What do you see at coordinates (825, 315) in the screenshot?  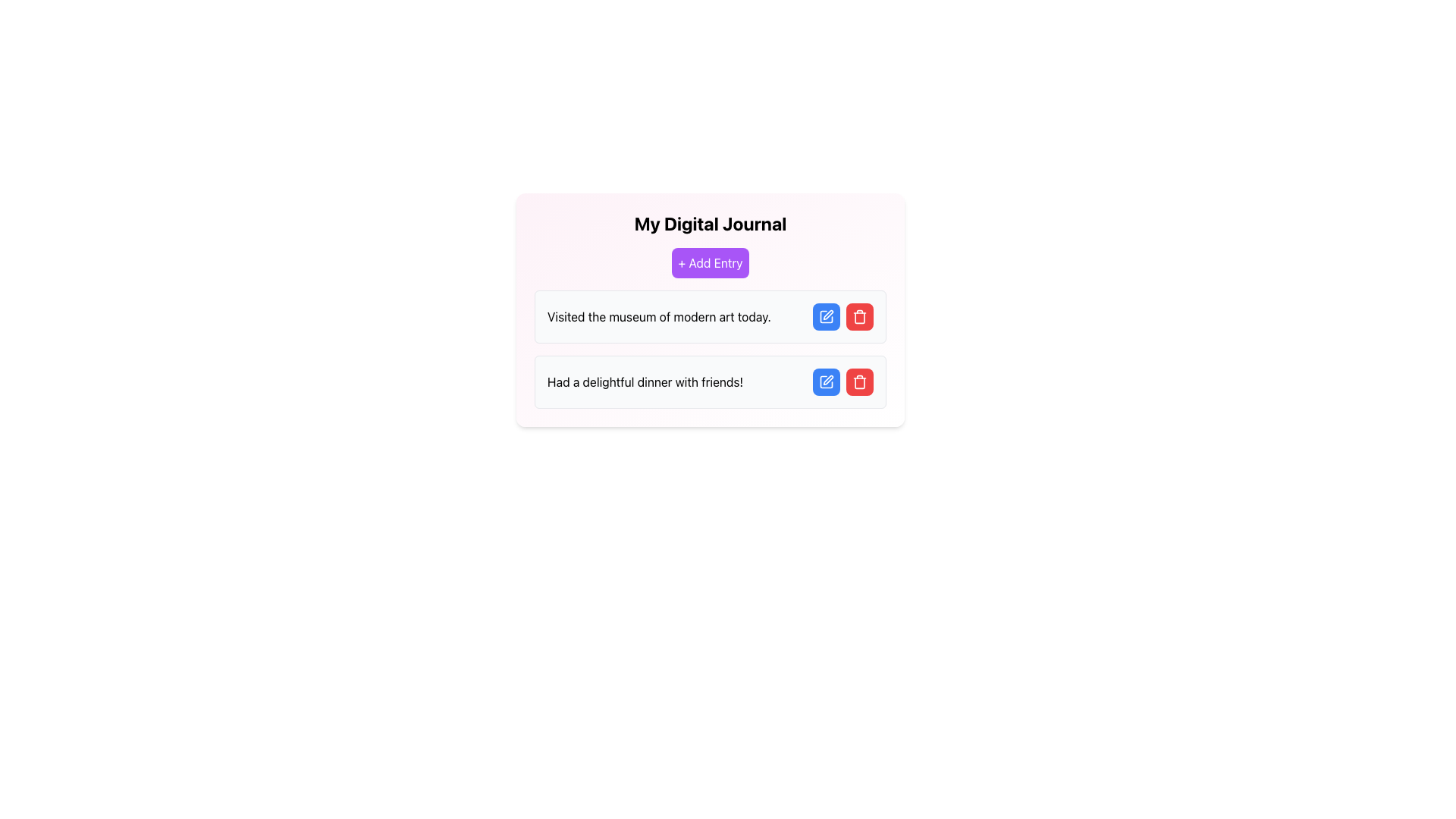 I see `the small blue pen icon button, which indicates an edit function, located to the right of the first journal entry text 'Visited the museum of modern art today.'` at bounding box center [825, 315].